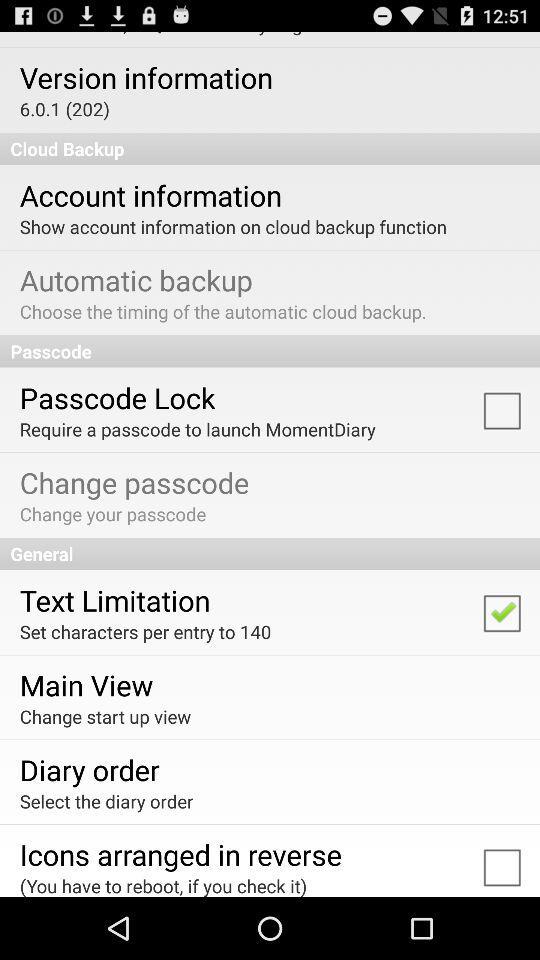 This screenshot has width=540, height=960. Describe the element at coordinates (117, 396) in the screenshot. I see `the app below passcode` at that location.